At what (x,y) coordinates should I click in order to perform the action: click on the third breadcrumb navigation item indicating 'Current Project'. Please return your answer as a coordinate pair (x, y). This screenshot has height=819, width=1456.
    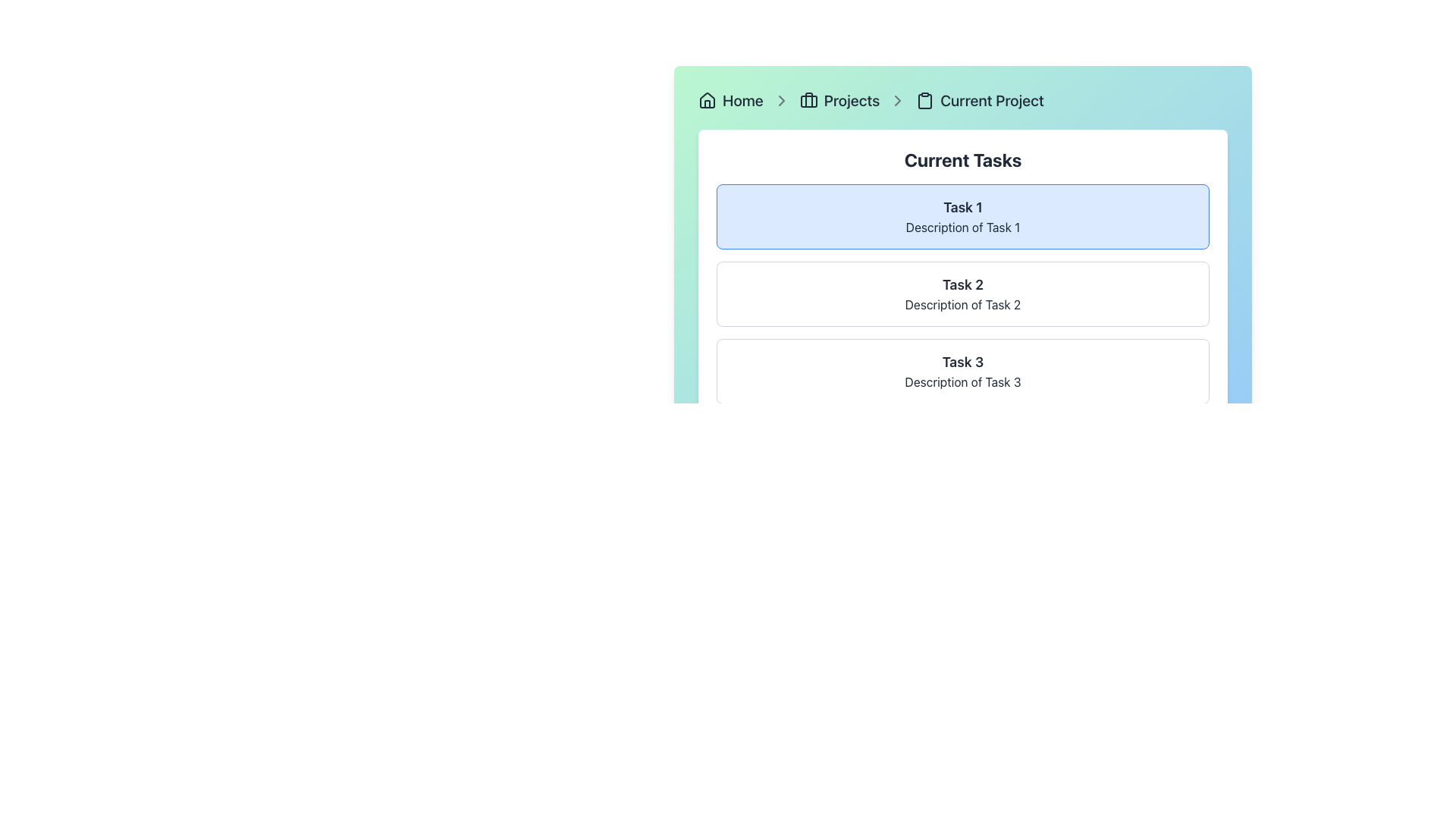
    Looking at the image, I should click on (980, 100).